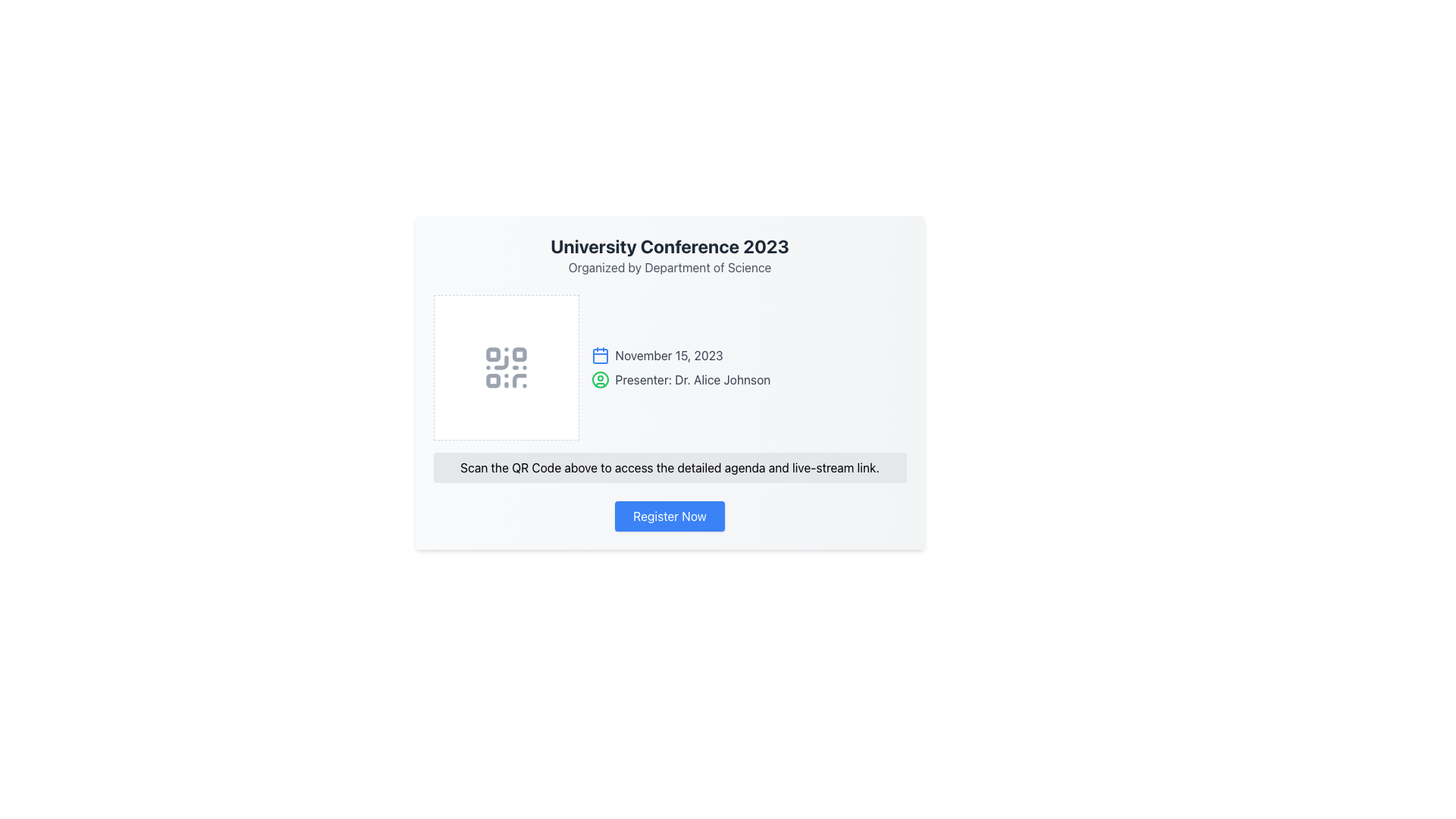  Describe the element at coordinates (493, 380) in the screenshot. I see `the small square with rounded corners located in the bottom-left corner of the QR code graphic, which is the third among four similarly-shaped squares` at that location.